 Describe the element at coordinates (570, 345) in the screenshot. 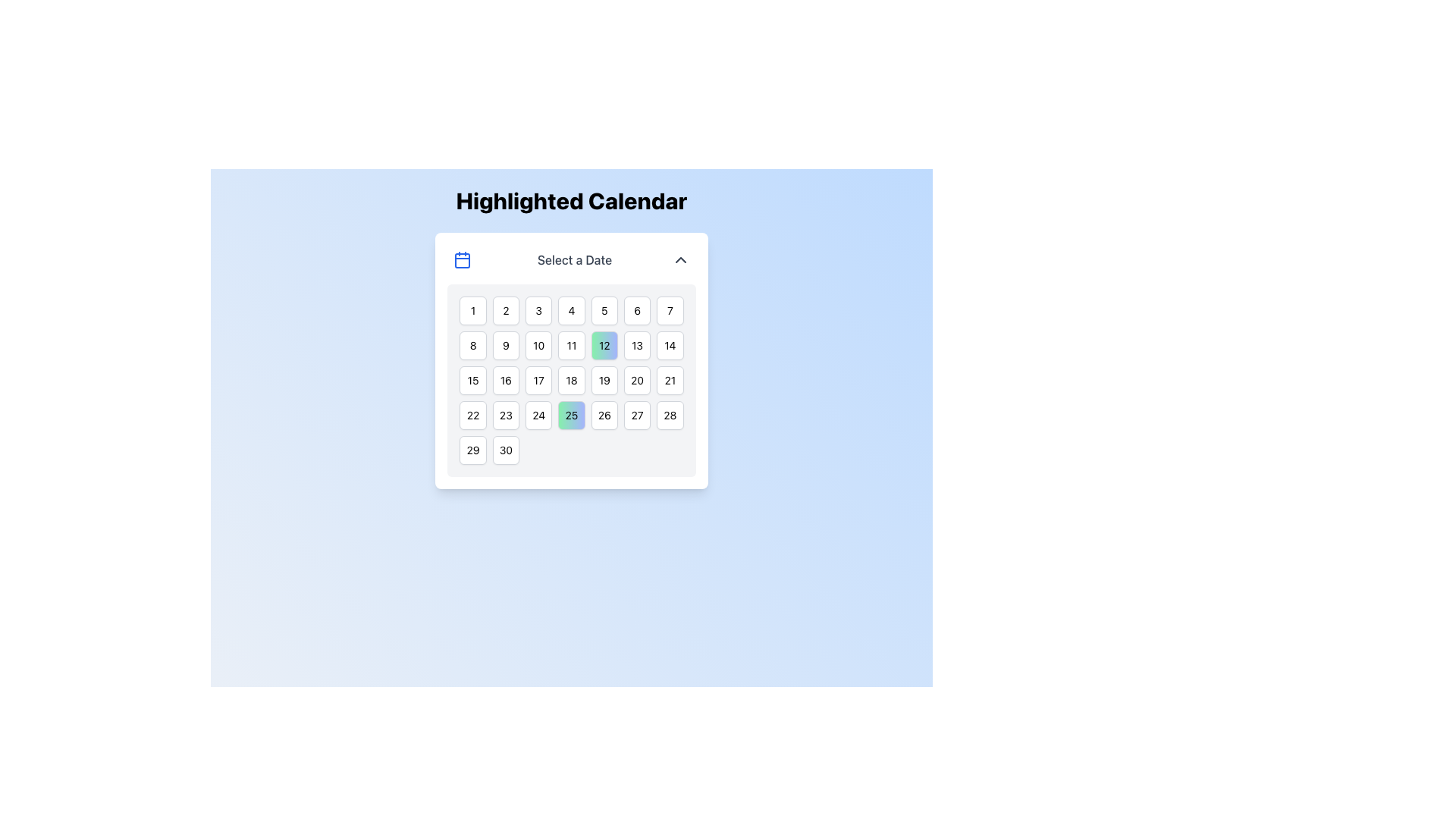

I see `the button labeled '11' in the calendar grid for keyboard navigation` at that location.